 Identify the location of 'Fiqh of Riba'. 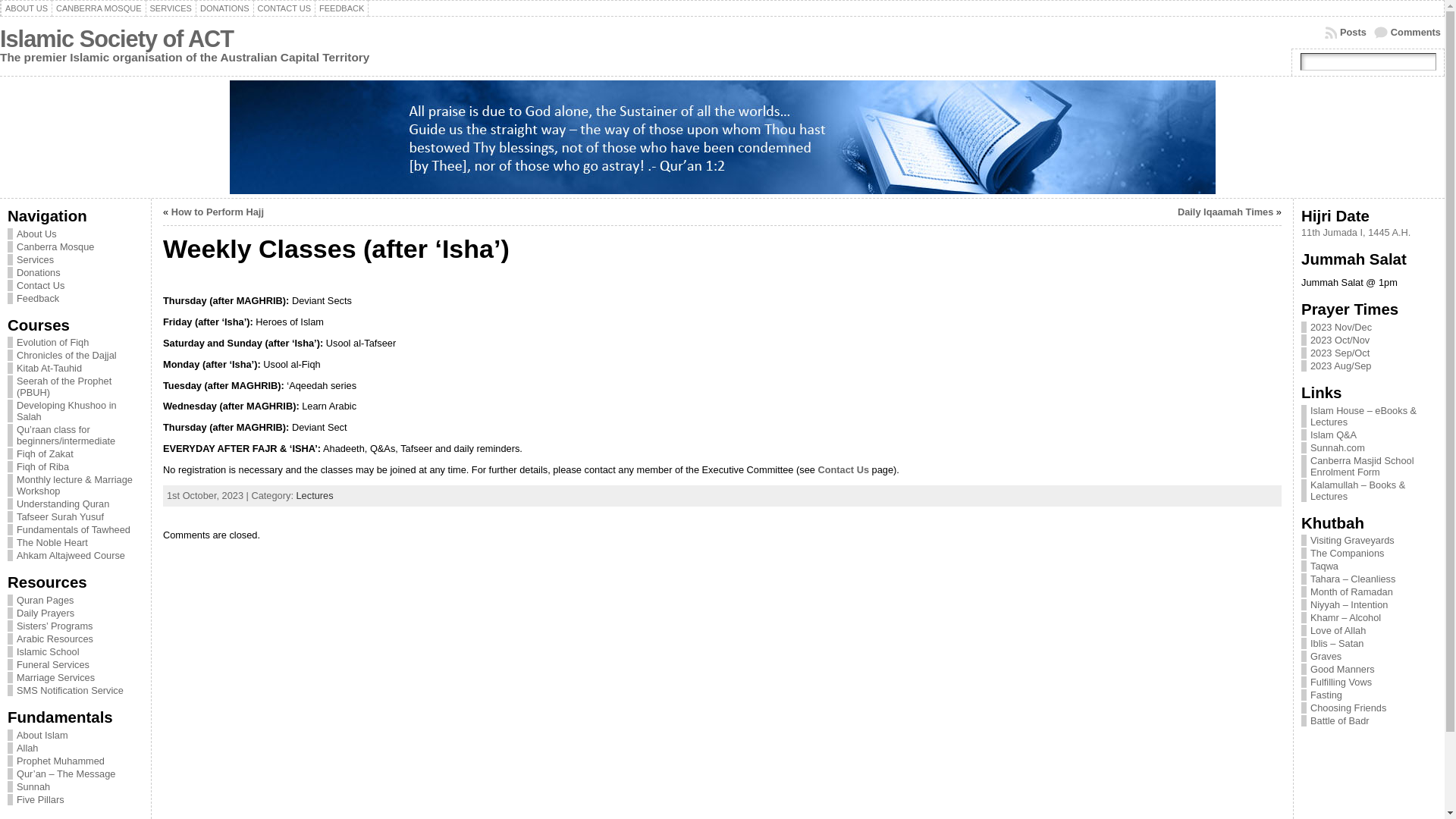
(74, 466).